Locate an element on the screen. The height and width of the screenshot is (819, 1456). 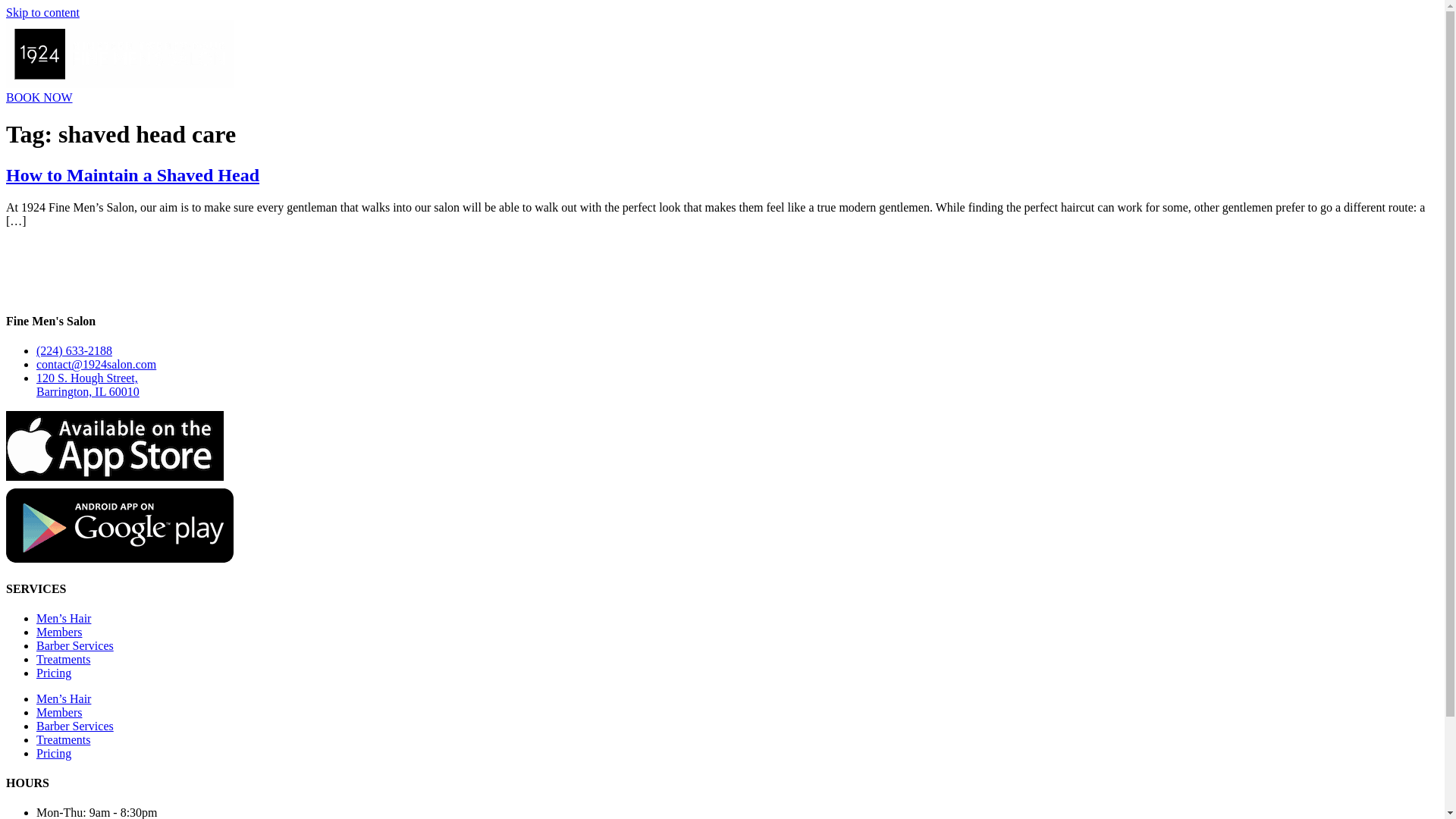
'Barber Services' is located at coordinates (74, 725).